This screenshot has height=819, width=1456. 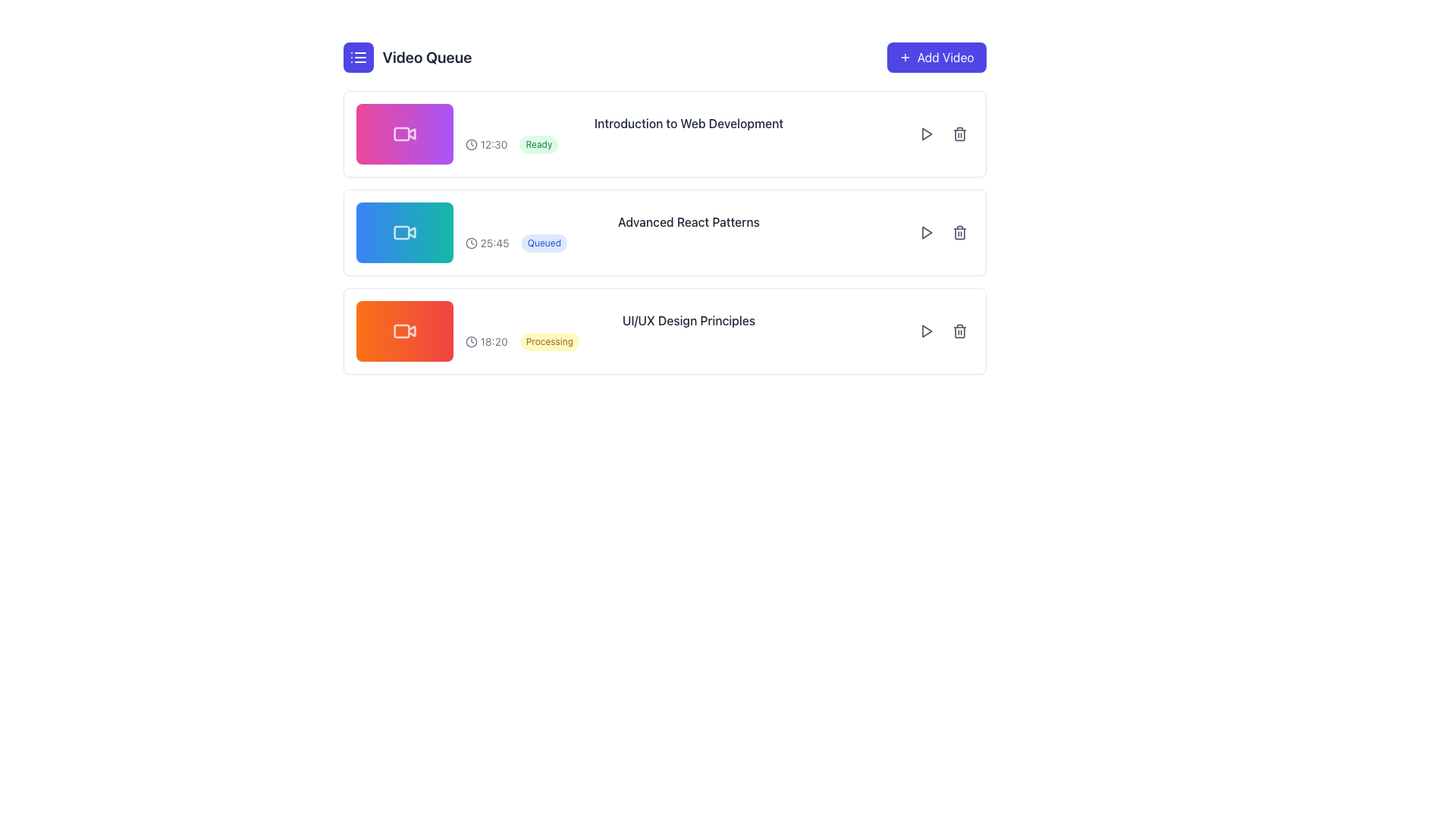 I want to click on the SVG graphic element (circle) that represents the clock's face, located within the third list item next to the video thumbnail and time duration label '18:20', so click(x=470, y=342).